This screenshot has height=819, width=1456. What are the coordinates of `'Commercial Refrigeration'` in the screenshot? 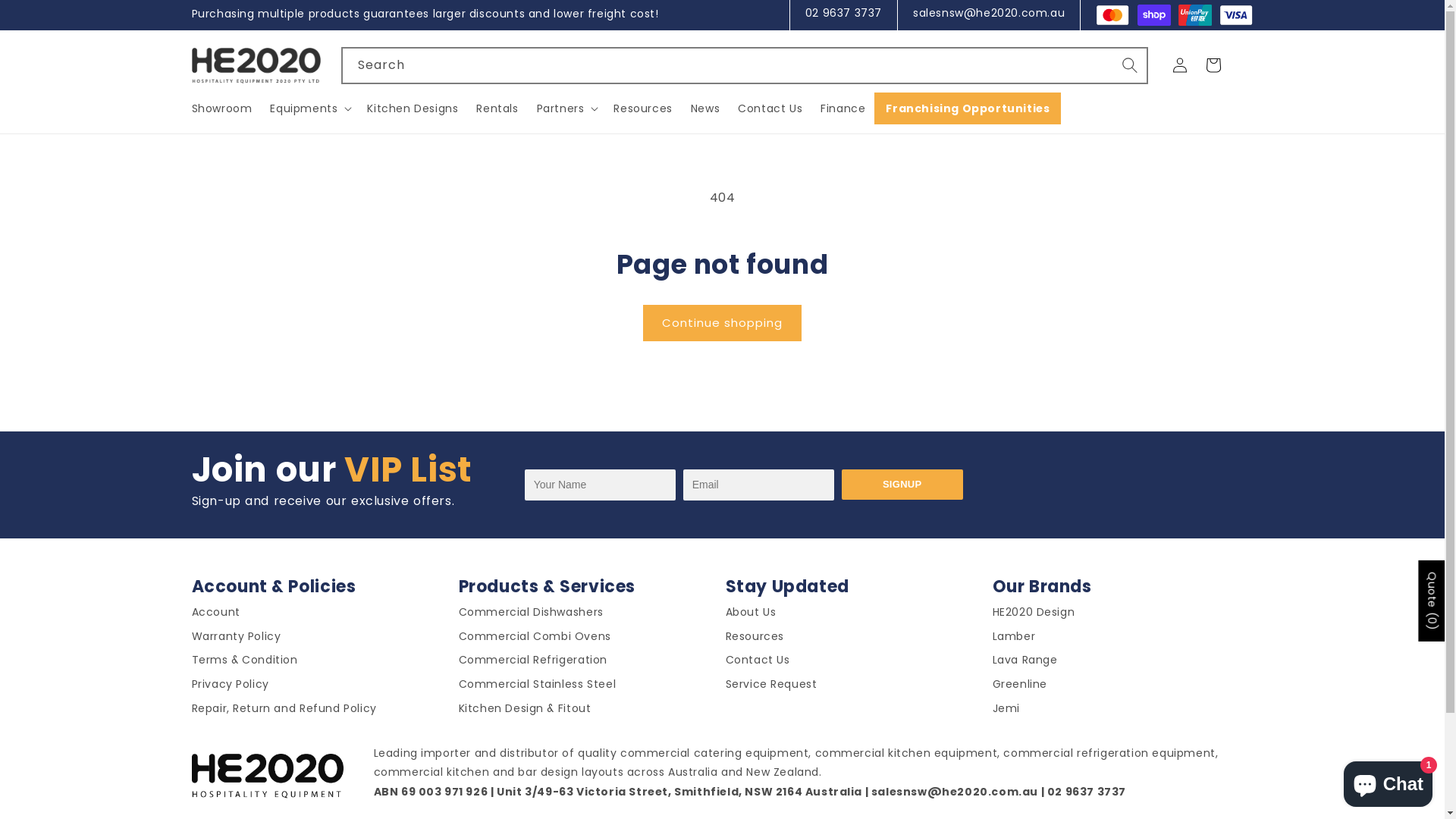 It's located at (532, 662).